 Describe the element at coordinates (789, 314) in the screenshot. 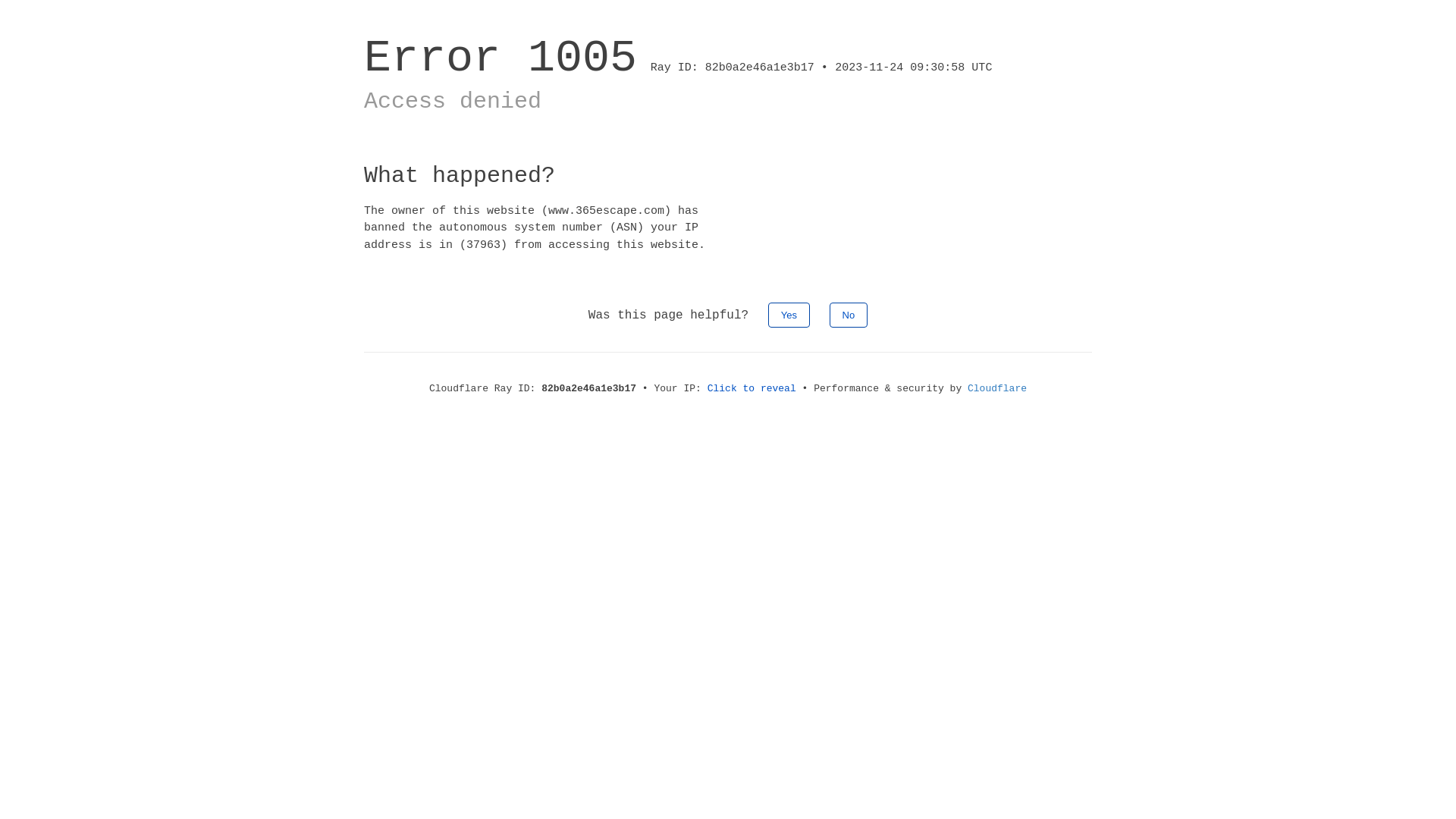

I see `'Yes'` at that location.